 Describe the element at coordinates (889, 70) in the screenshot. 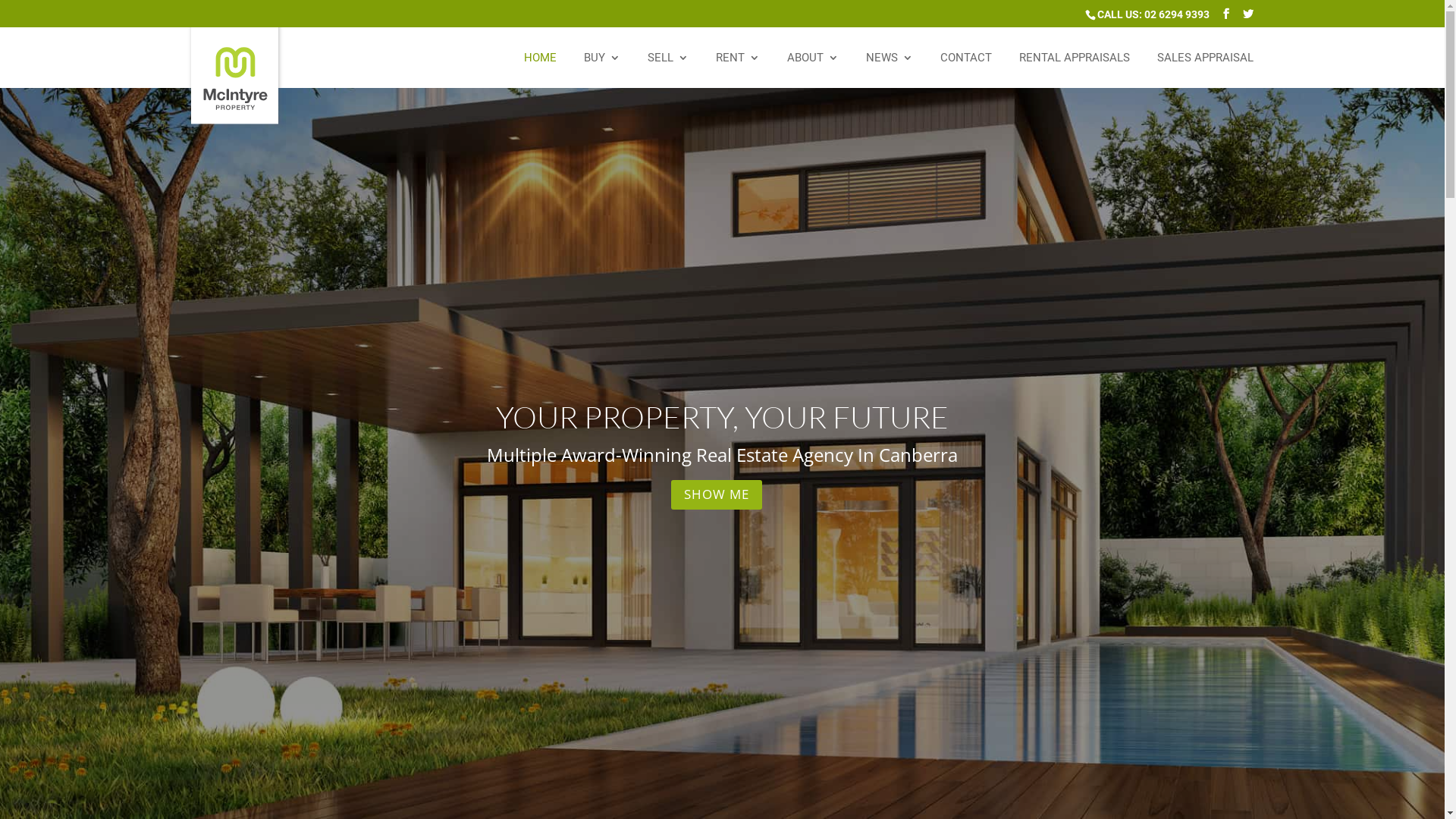

I see `'NEWS'` at that location.